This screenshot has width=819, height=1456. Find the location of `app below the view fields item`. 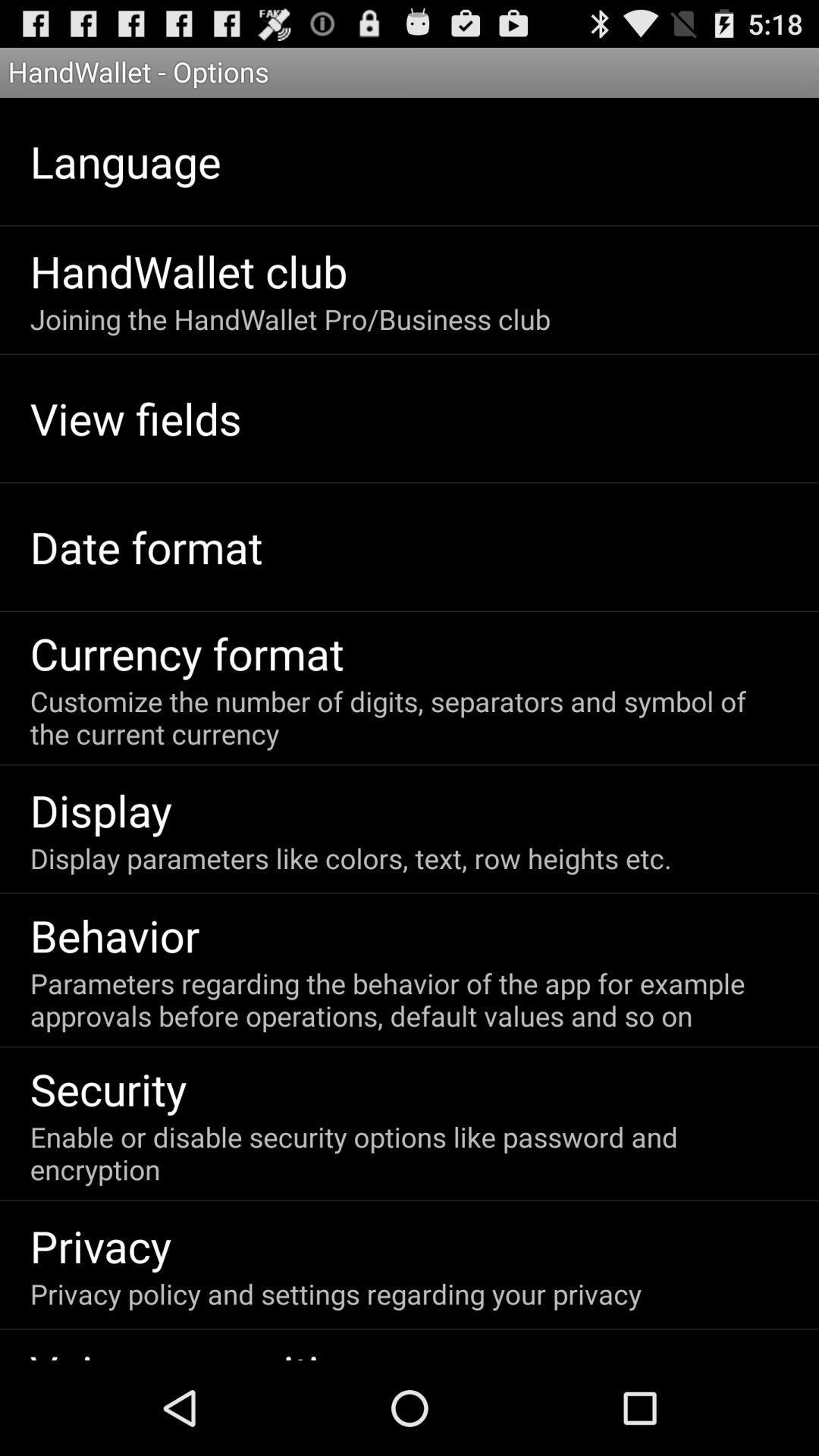

app below the view fields item is located at coordinates (146, 546).